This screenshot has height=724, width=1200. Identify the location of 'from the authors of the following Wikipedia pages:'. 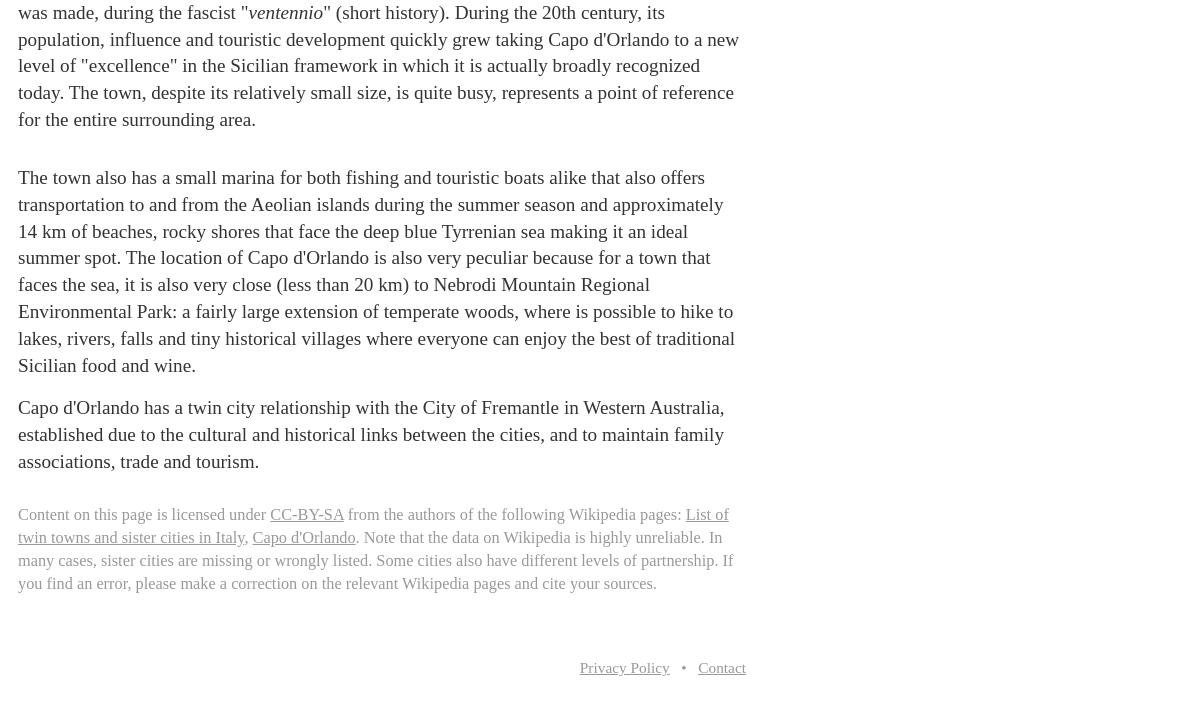
(512, 513).